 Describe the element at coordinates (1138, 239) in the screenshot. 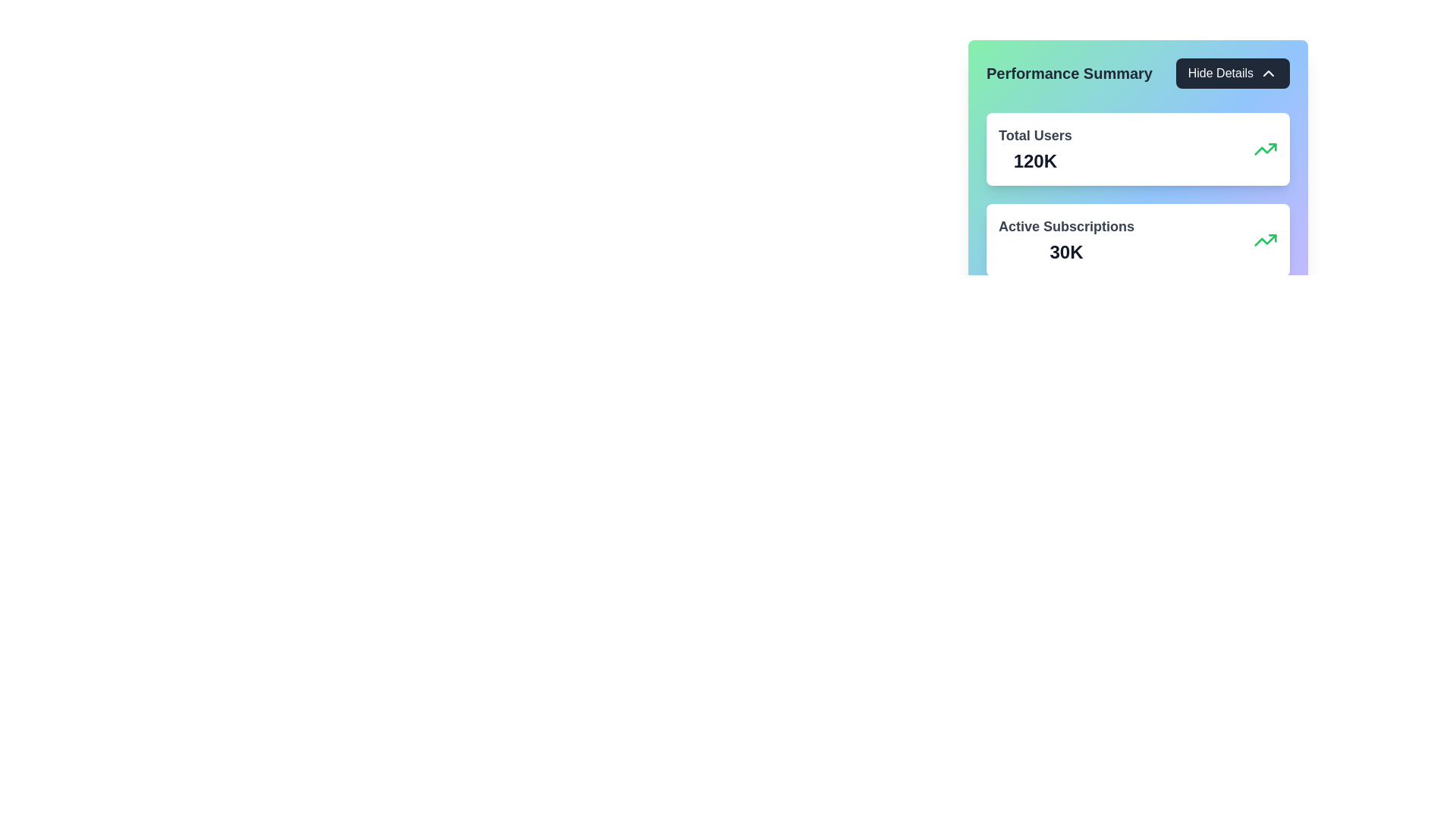

I see `the 'Active Subscriptions' Info card, which is the second card in a vertical list of performance metrics` at that location.